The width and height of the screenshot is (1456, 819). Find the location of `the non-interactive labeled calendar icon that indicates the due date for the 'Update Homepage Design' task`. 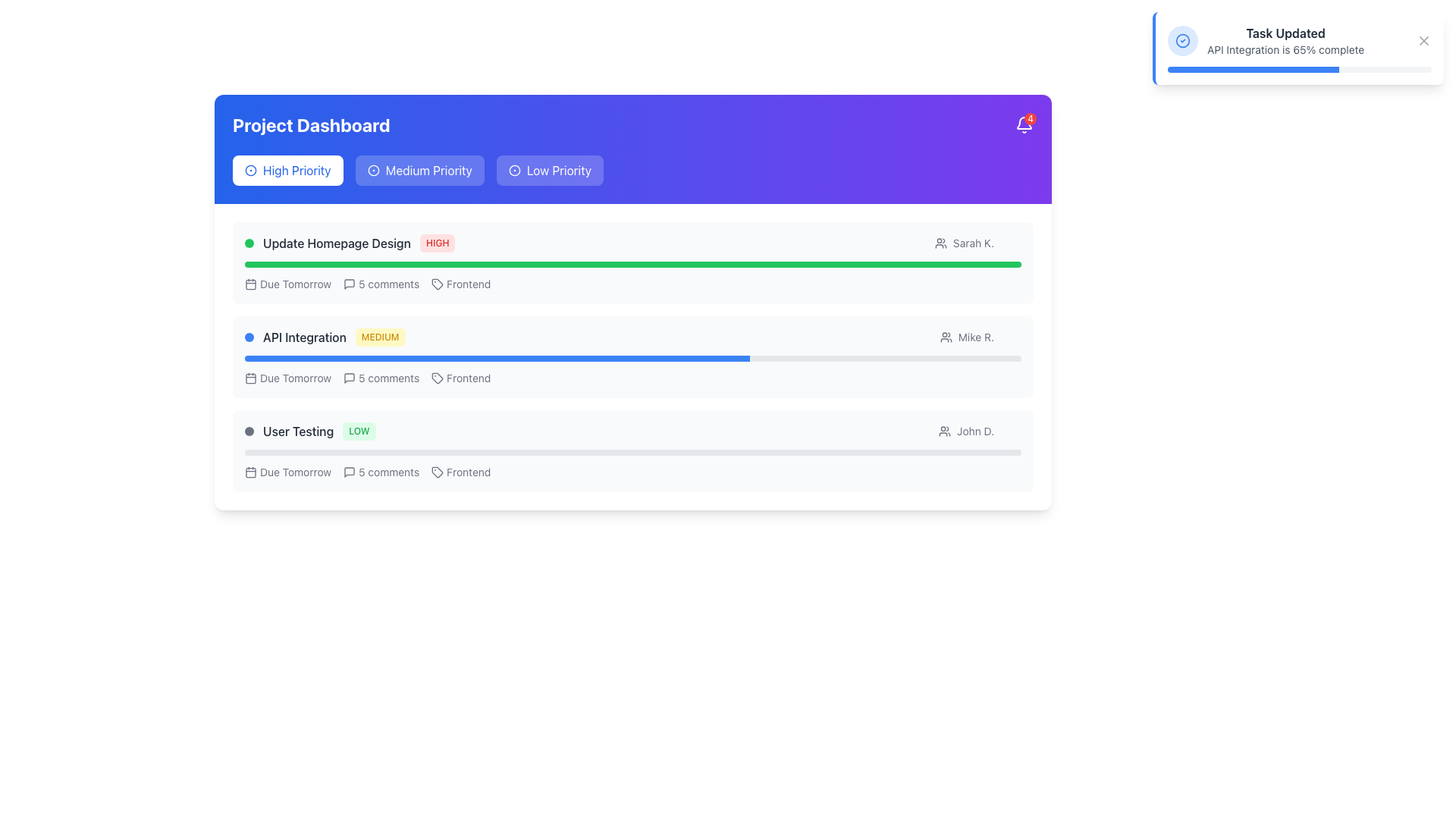

the non-interactive labeled calendar icon that indicates the due date for the 'Update Homepage Design' task is located at coordinates (288, 284).